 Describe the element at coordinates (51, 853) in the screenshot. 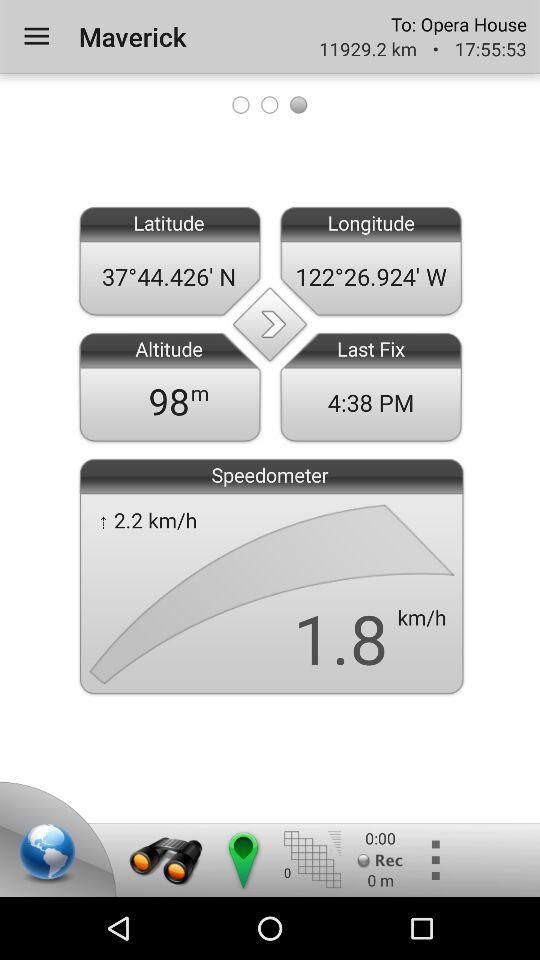

I see `location on map` at that location.